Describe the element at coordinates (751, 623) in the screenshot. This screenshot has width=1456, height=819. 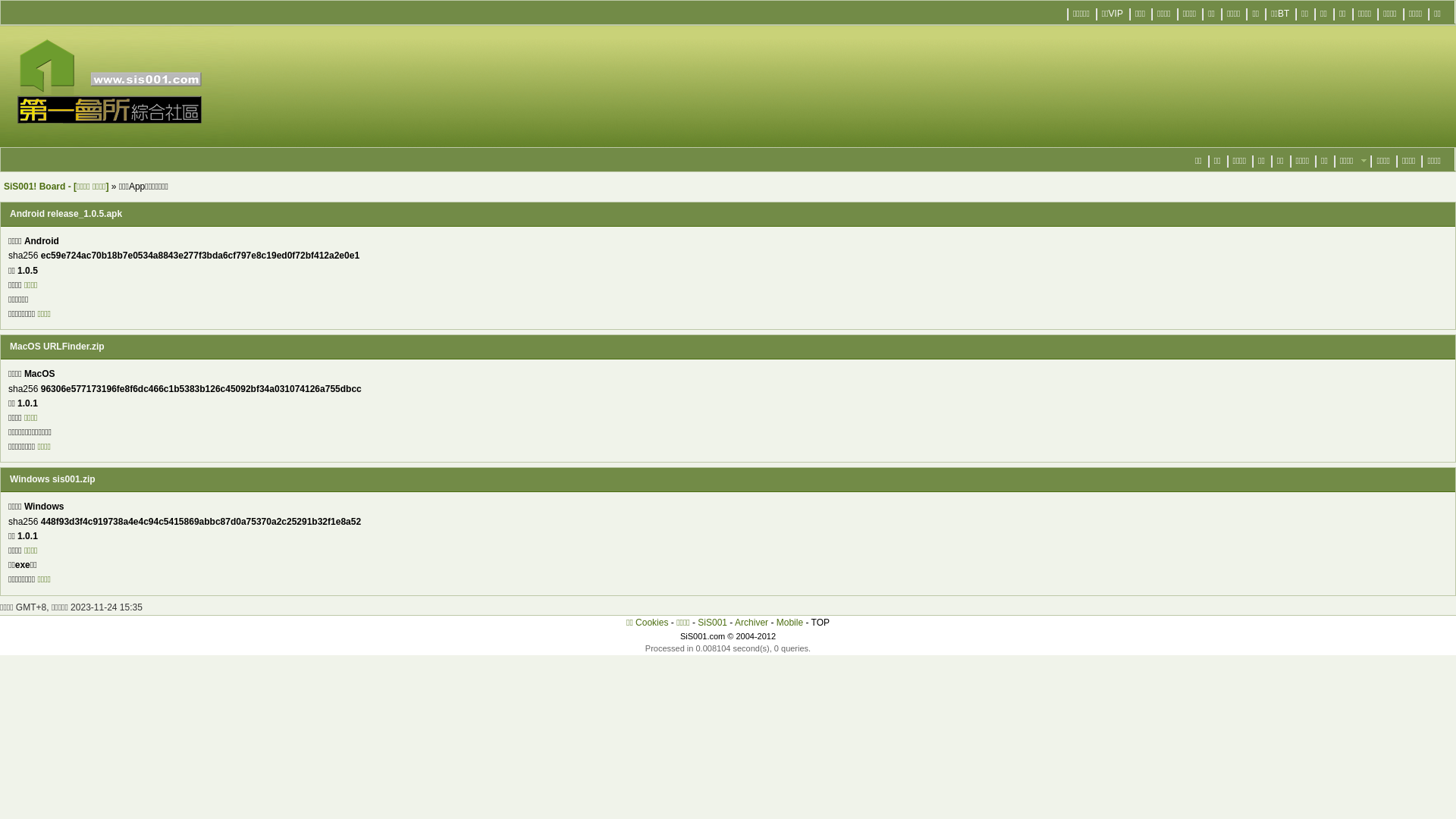
I see `'Archiver'` at that location.